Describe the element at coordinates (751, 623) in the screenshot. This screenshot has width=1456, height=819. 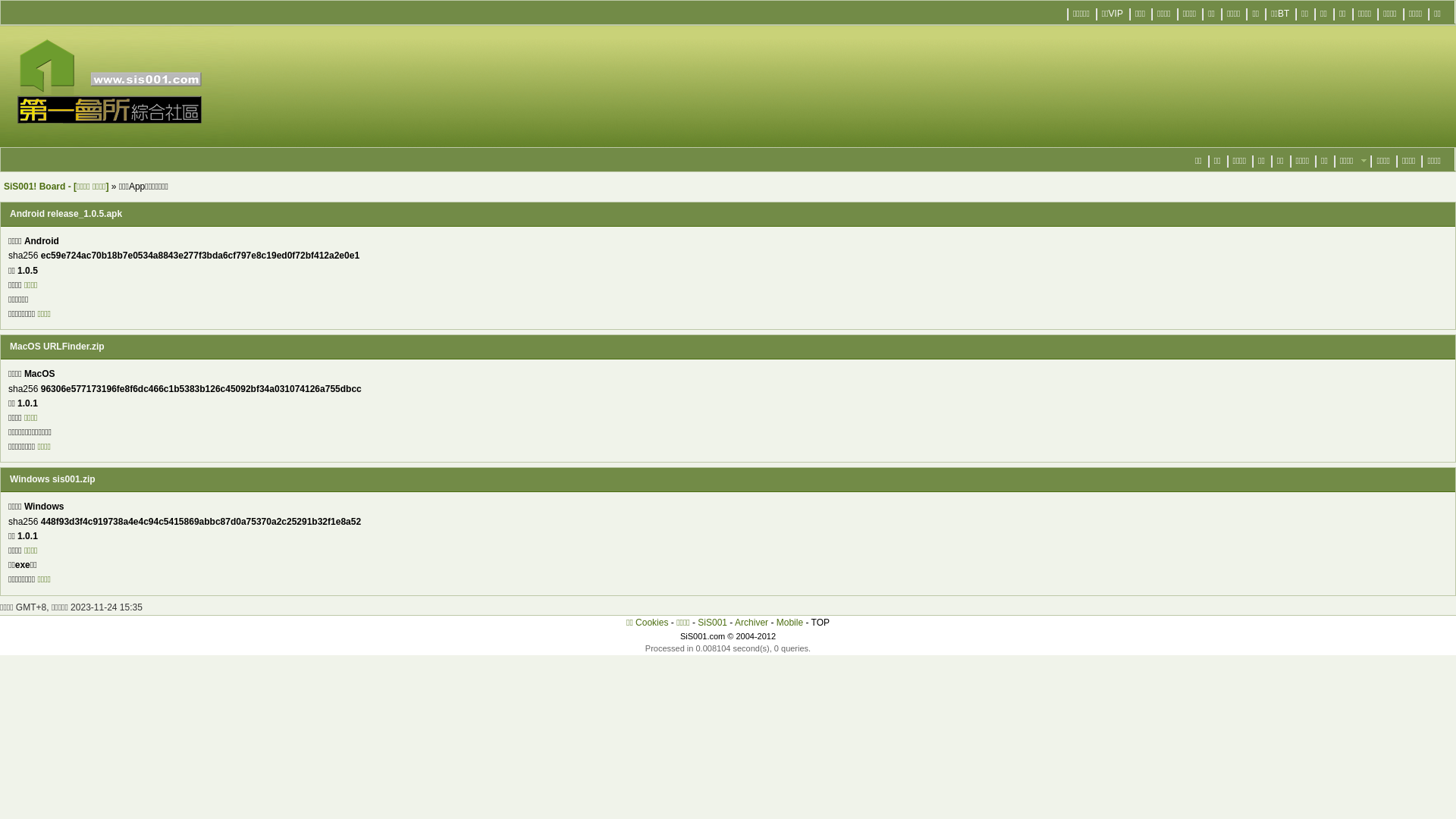
I see `'Archiver'` at that location.